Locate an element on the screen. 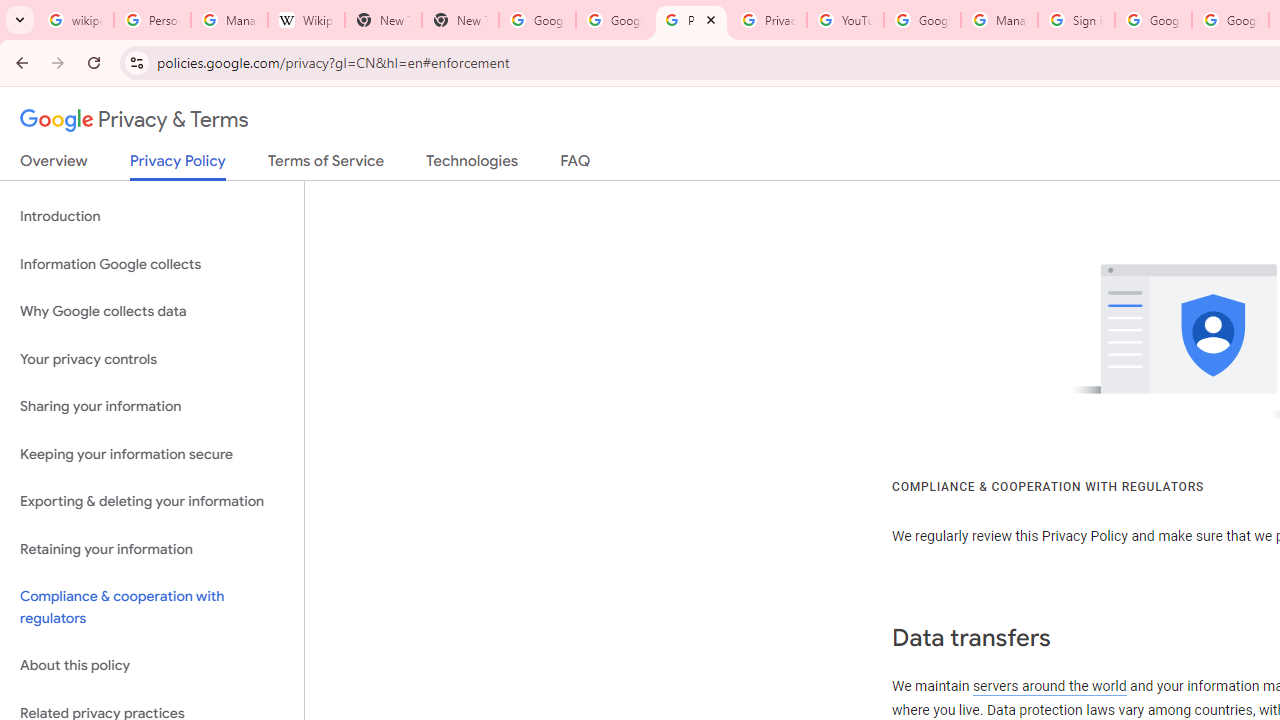  'Terms of Service' is located at coordinates (326, 164).